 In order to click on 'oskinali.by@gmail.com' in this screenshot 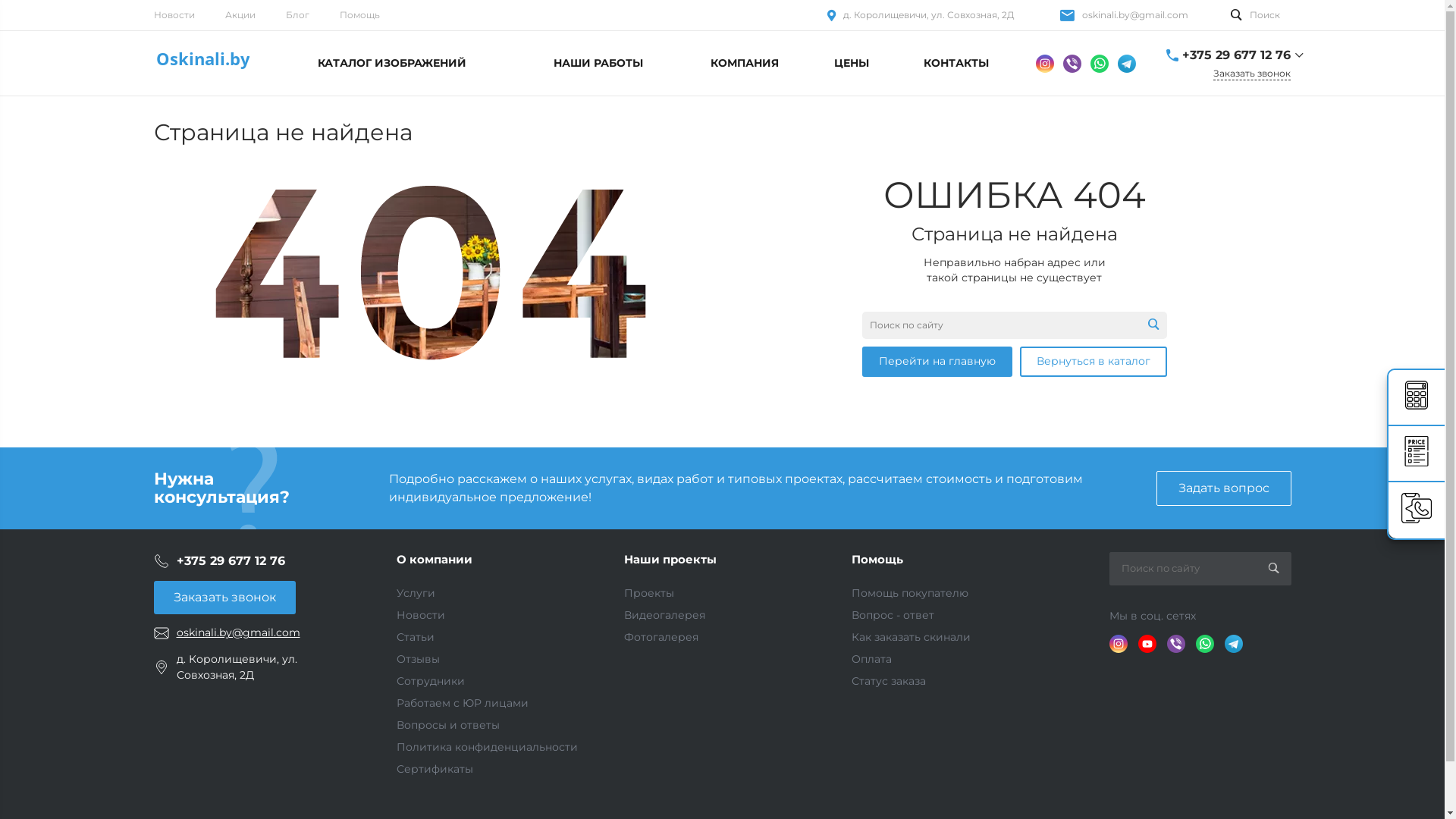, I will do `click(1134, 14)`.